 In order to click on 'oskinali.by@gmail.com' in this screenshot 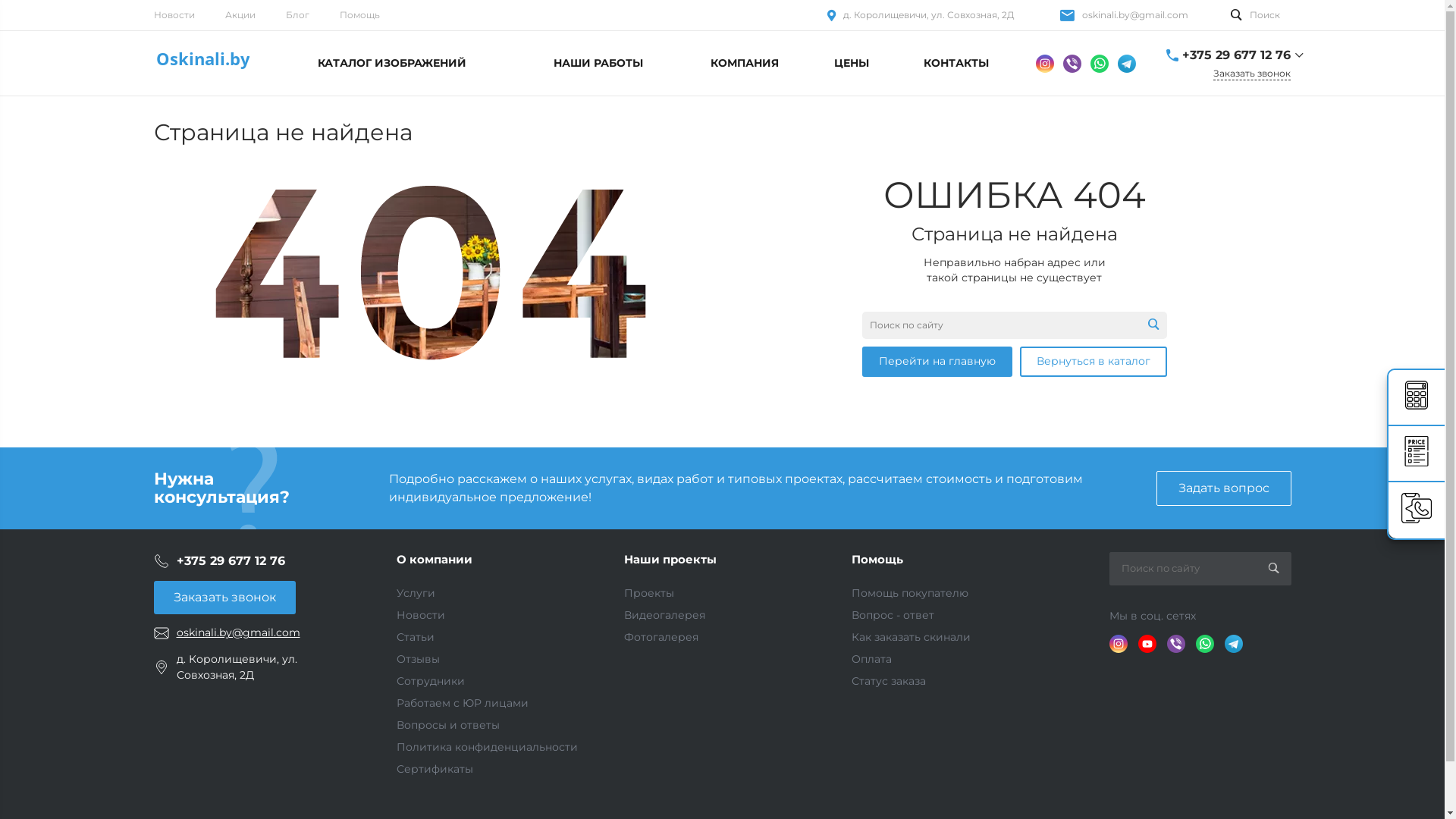, I will do `click(1134, 14)`.